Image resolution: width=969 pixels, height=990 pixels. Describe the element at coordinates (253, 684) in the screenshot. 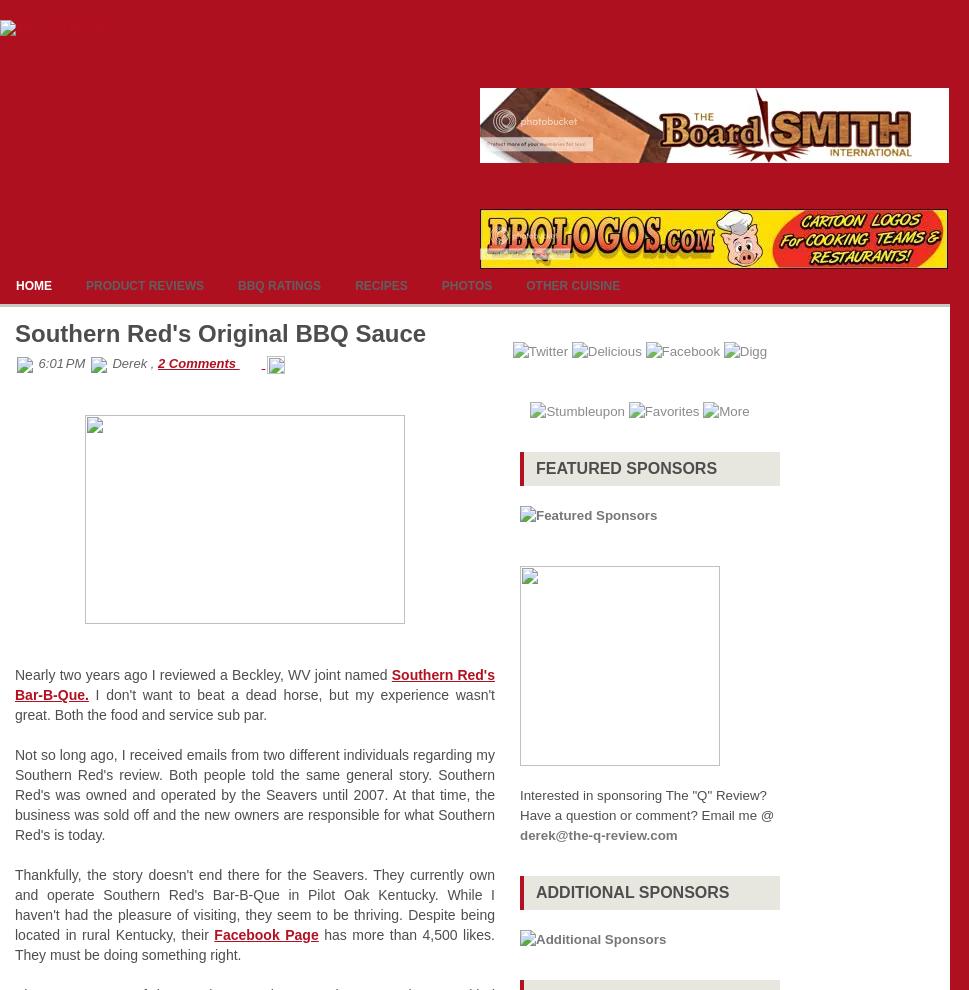

I see `'Southern Red's Bar-B-Que.'` at that location.